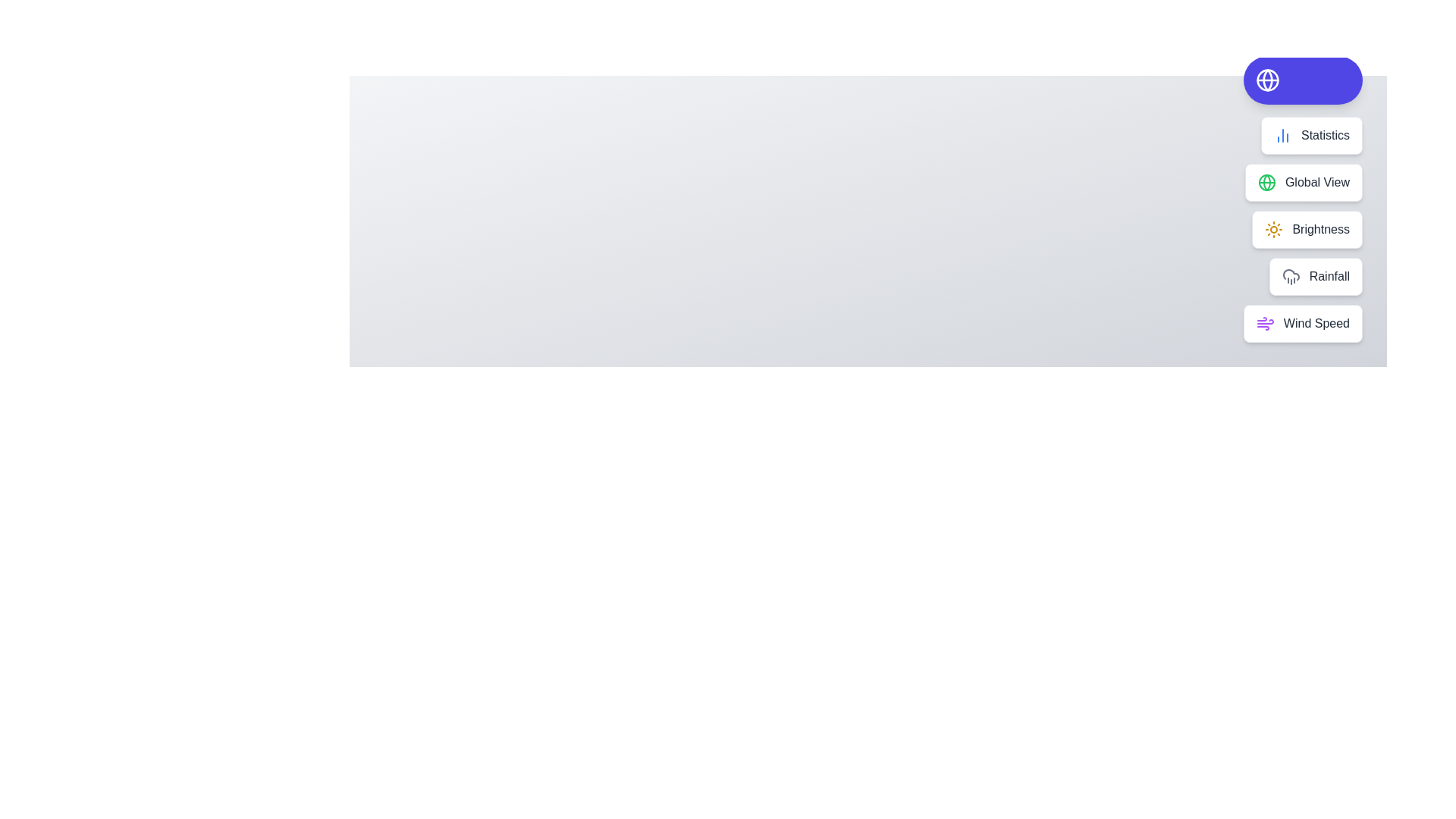 The width and height of the screenshot is (1456, 819). Describe the element at coordinates (1310, 134) in the screenshot. I see `the action Statistics from the speed dial` at that location.